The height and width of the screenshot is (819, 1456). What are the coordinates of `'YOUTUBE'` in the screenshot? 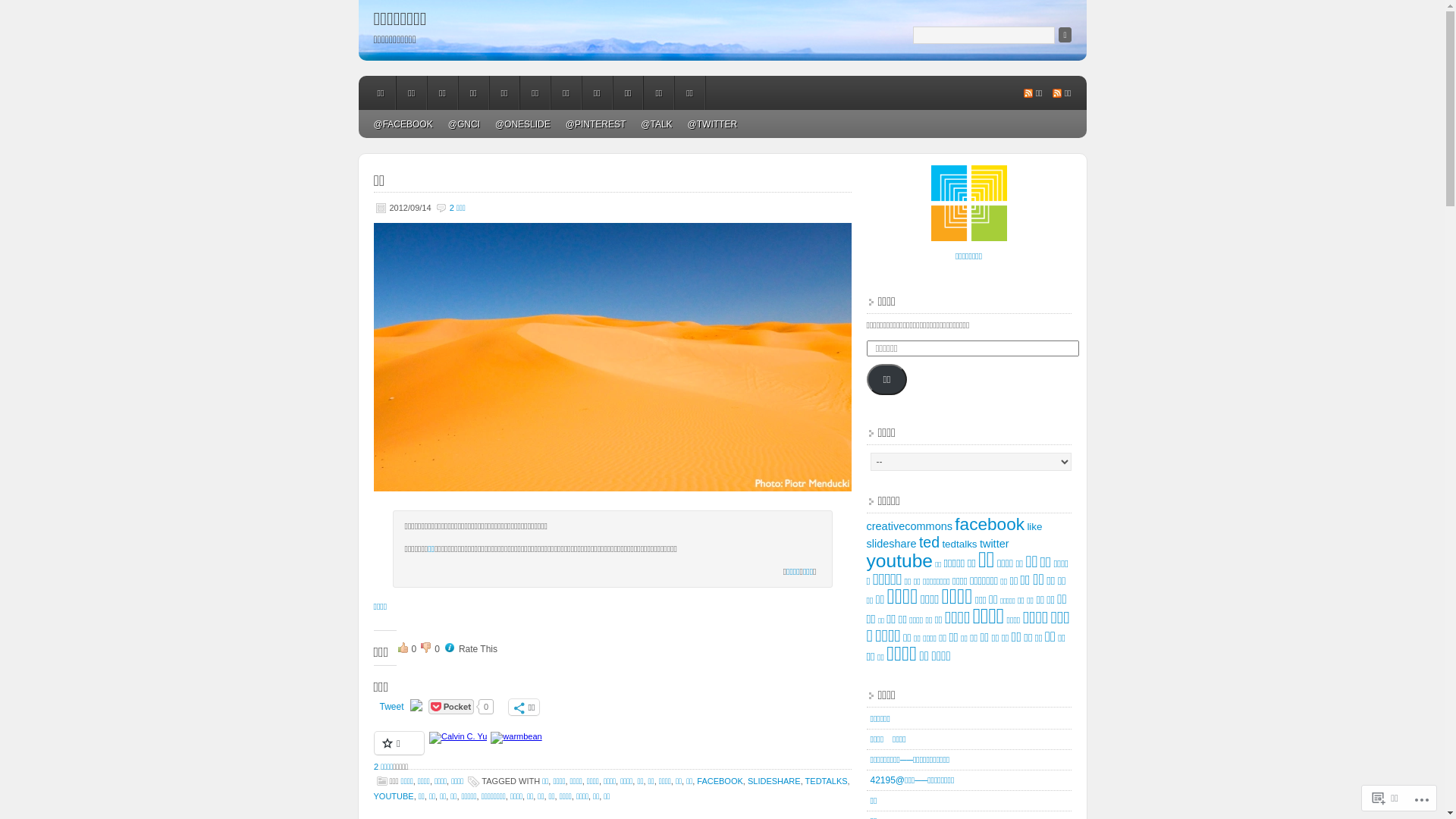 It's located at (393, 795).